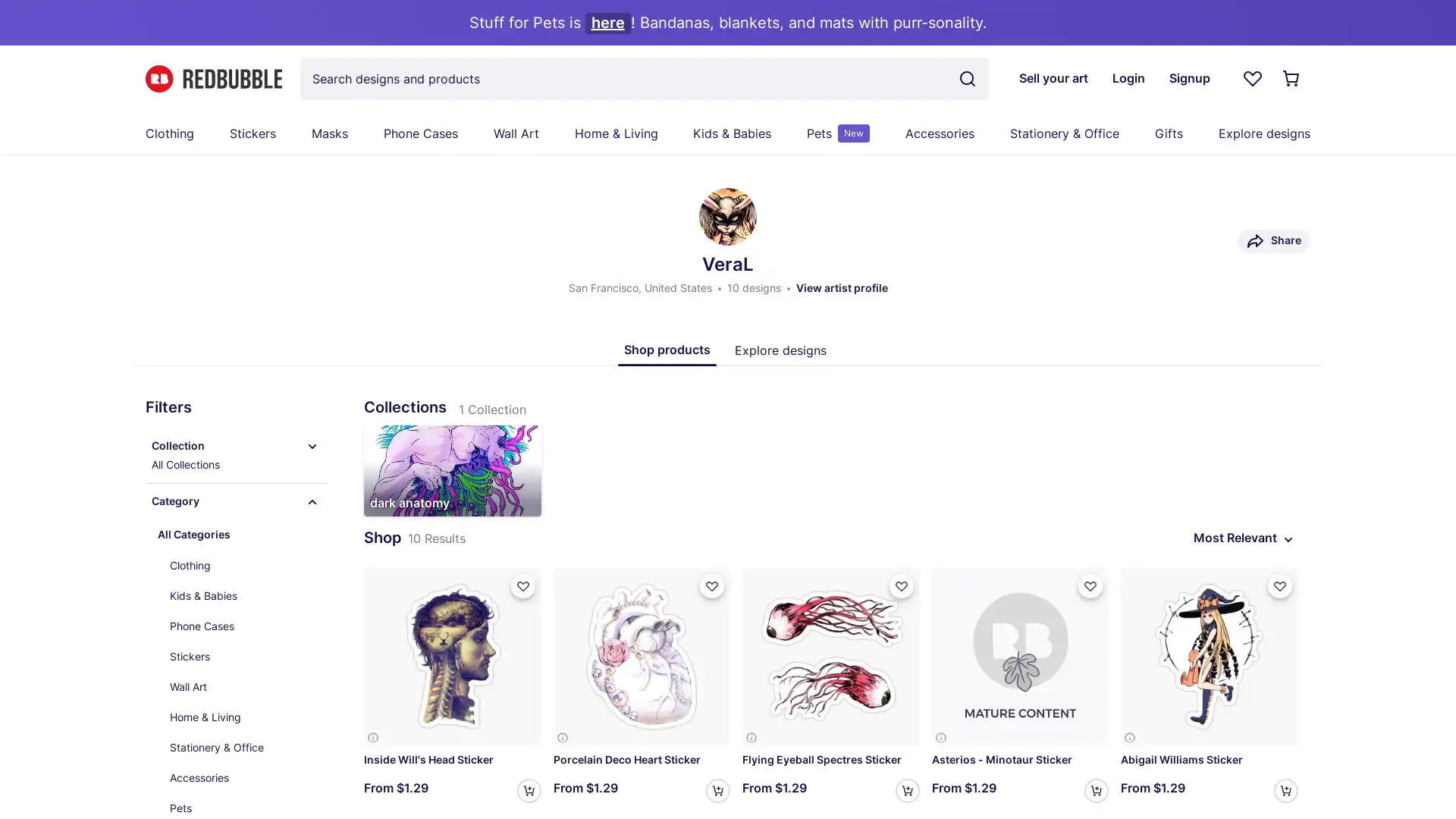  I want to click on Stationery & Office, so click(243, 747).